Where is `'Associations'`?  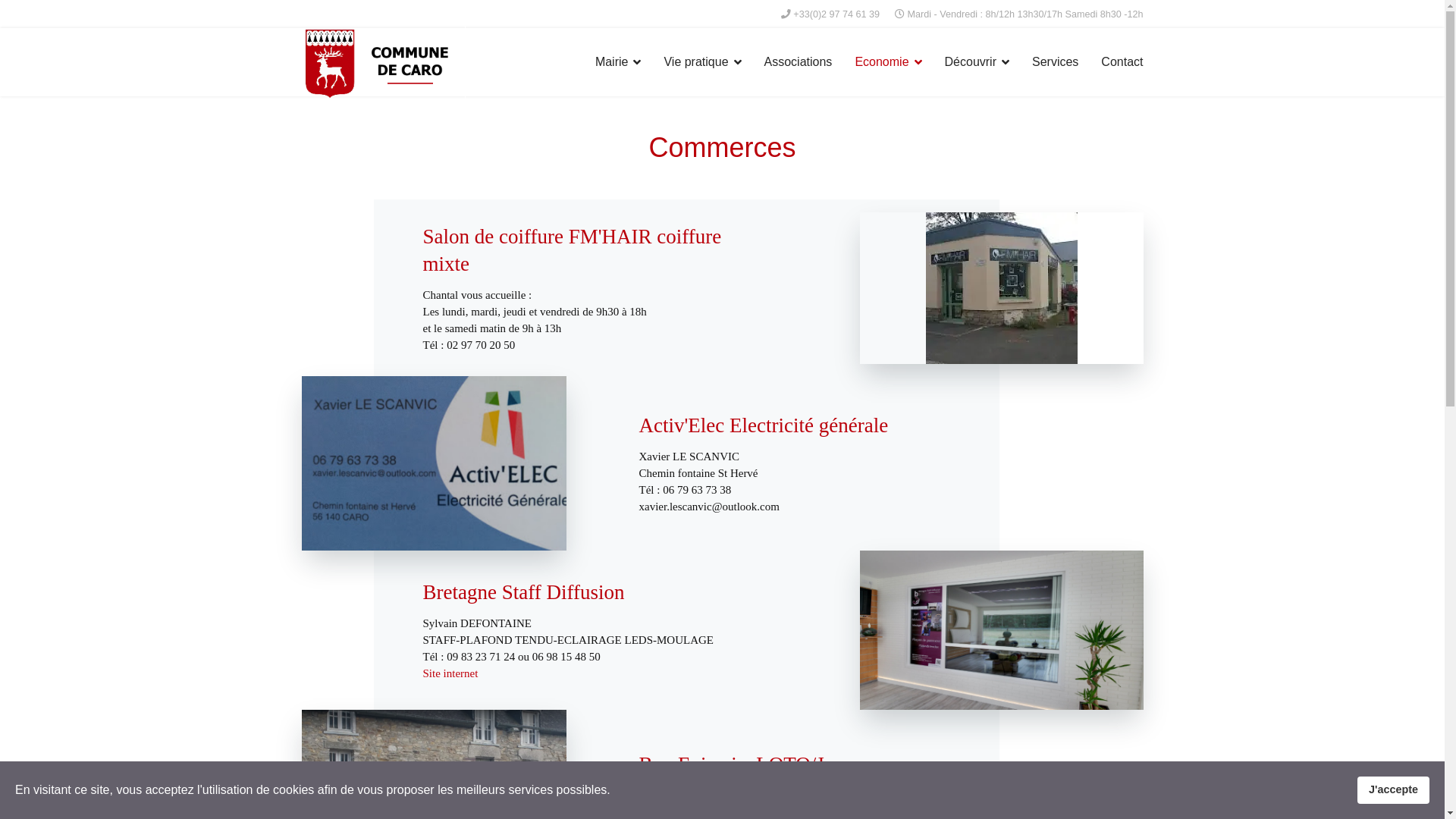 'Associations' is located at coordinates (797, 61).